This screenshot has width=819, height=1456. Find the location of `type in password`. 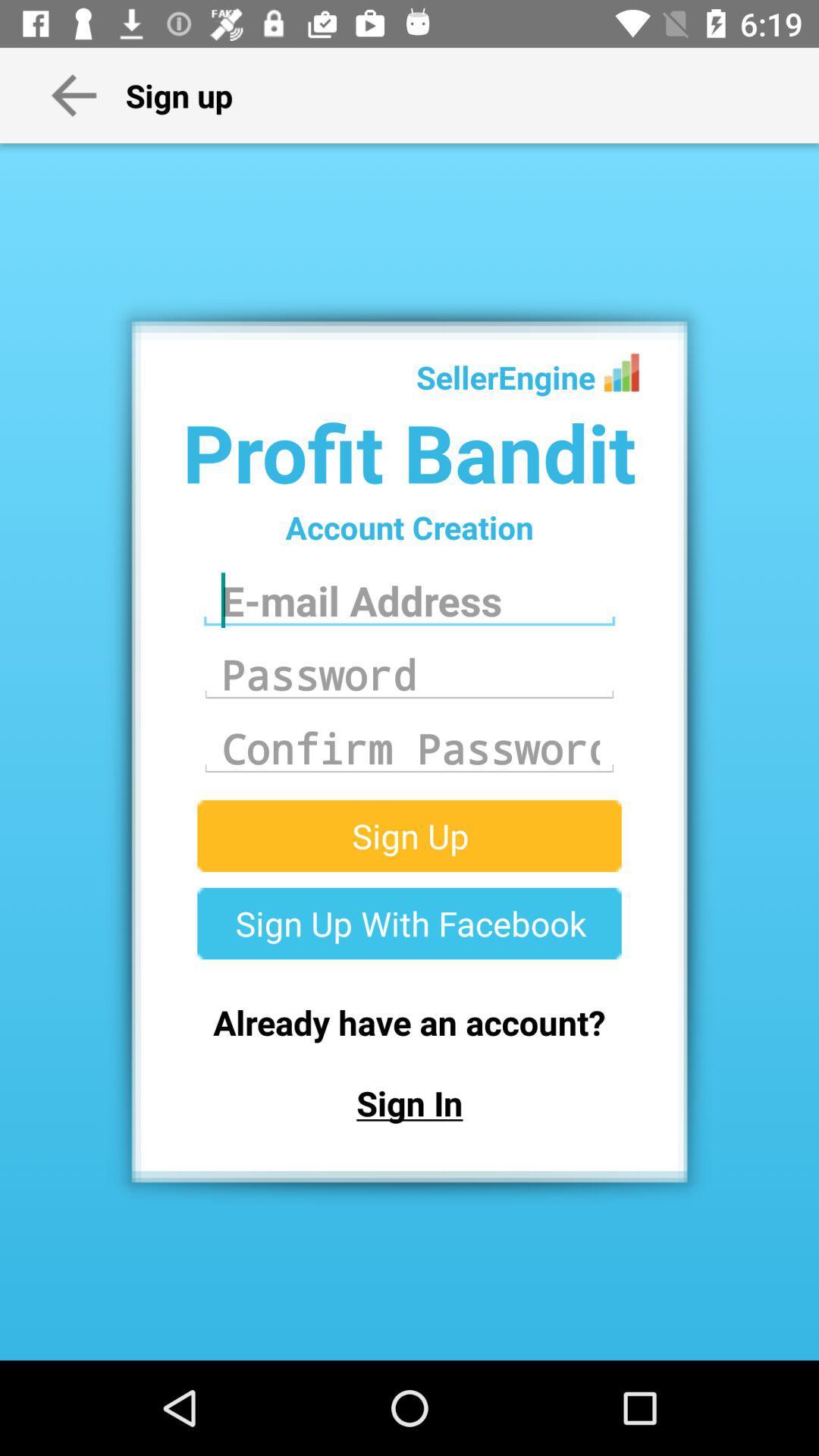

type in password is located at coordinates (409, 673).